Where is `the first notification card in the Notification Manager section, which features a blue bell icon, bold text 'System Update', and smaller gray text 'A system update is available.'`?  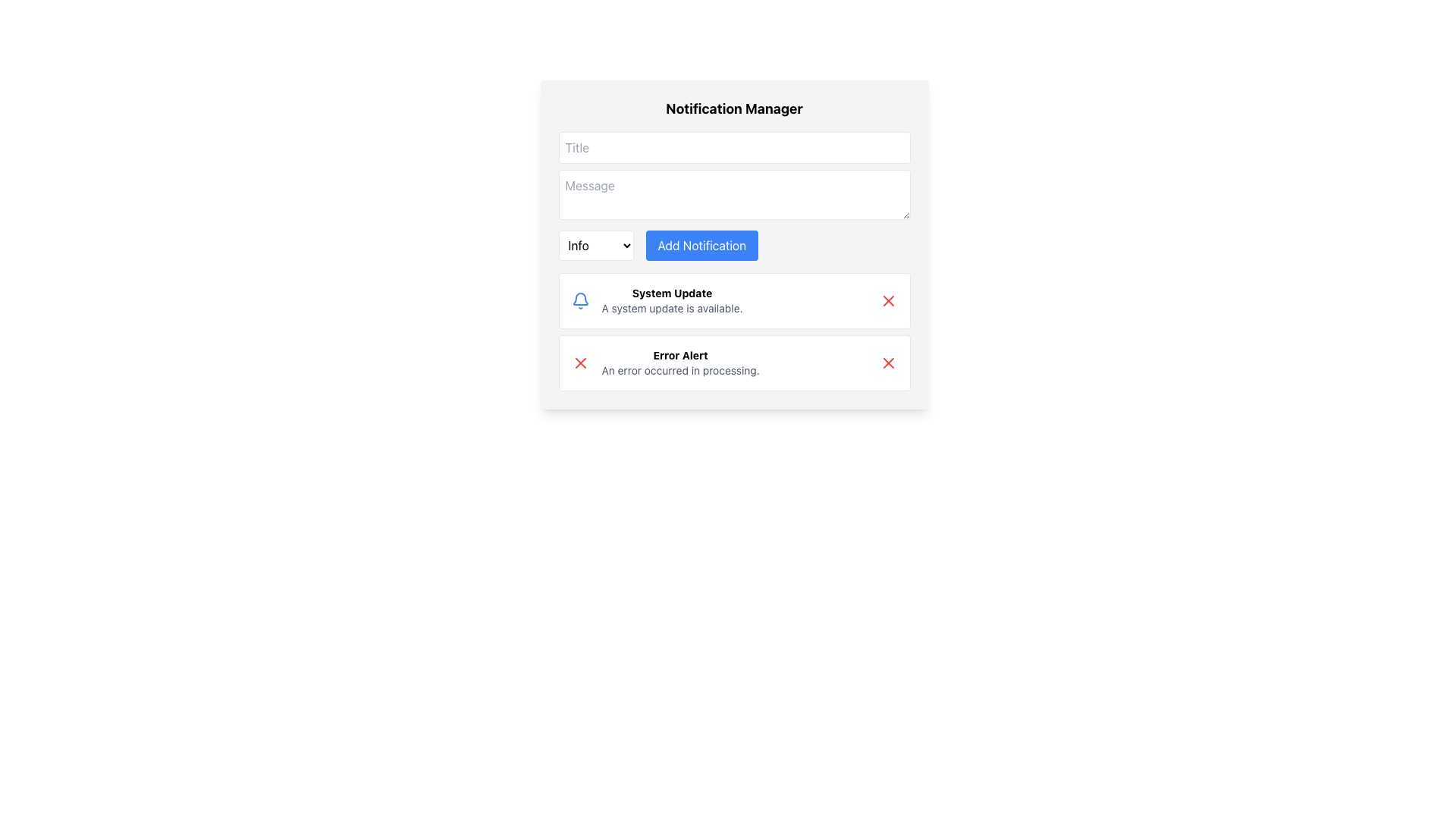
the first notification card in the Notification Manager section, which features a blue bell icon, bold text 'System Update', and smaller gray text 'A system update is available.' is located at coordinates (657, 301).